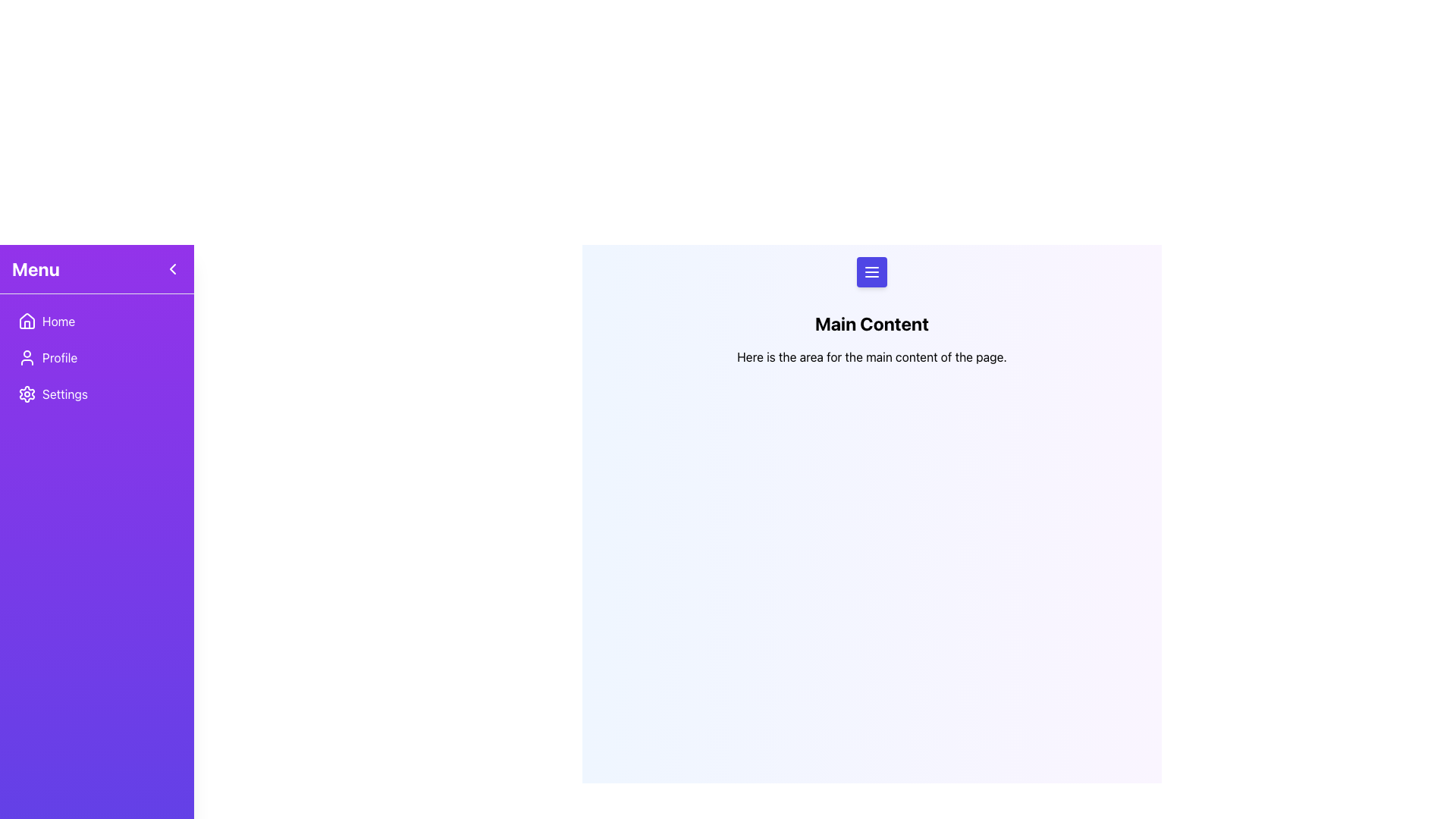 The height and width of the screenshot is (819, 1456). What do you see at coordinates (60, 357) in the screenshot?
I see `text of the 'Profile' menu option label located in the vertical navigation menu, positioned between 'Home' and 'Settings'` at bounding box center [60, 357].